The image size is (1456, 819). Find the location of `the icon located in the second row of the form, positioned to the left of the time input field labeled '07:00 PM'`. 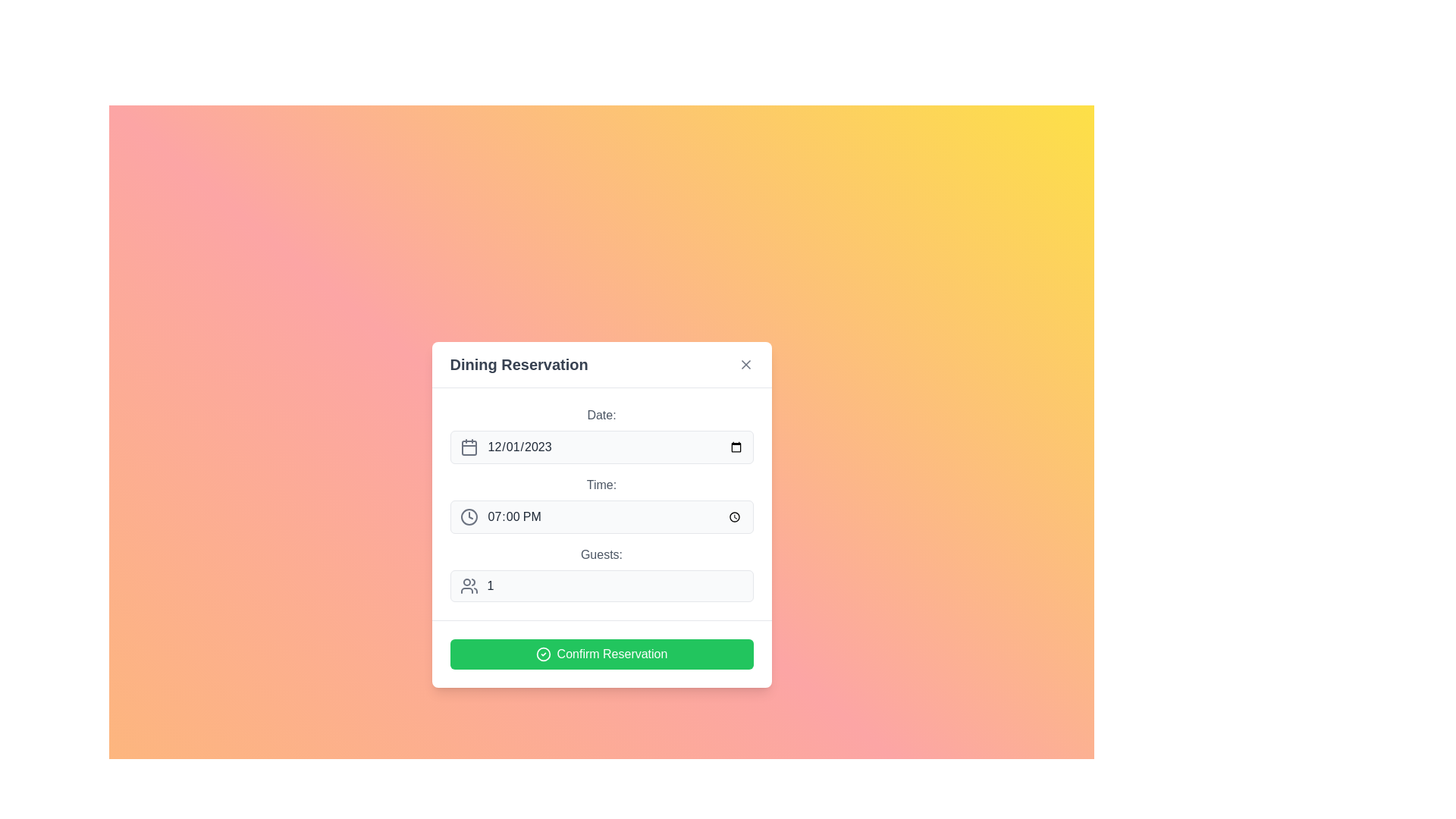

the icon located in the second row of the form, positioned to the left of the time input field labeled '07:00 PM' is located at coordinates (468, 516).